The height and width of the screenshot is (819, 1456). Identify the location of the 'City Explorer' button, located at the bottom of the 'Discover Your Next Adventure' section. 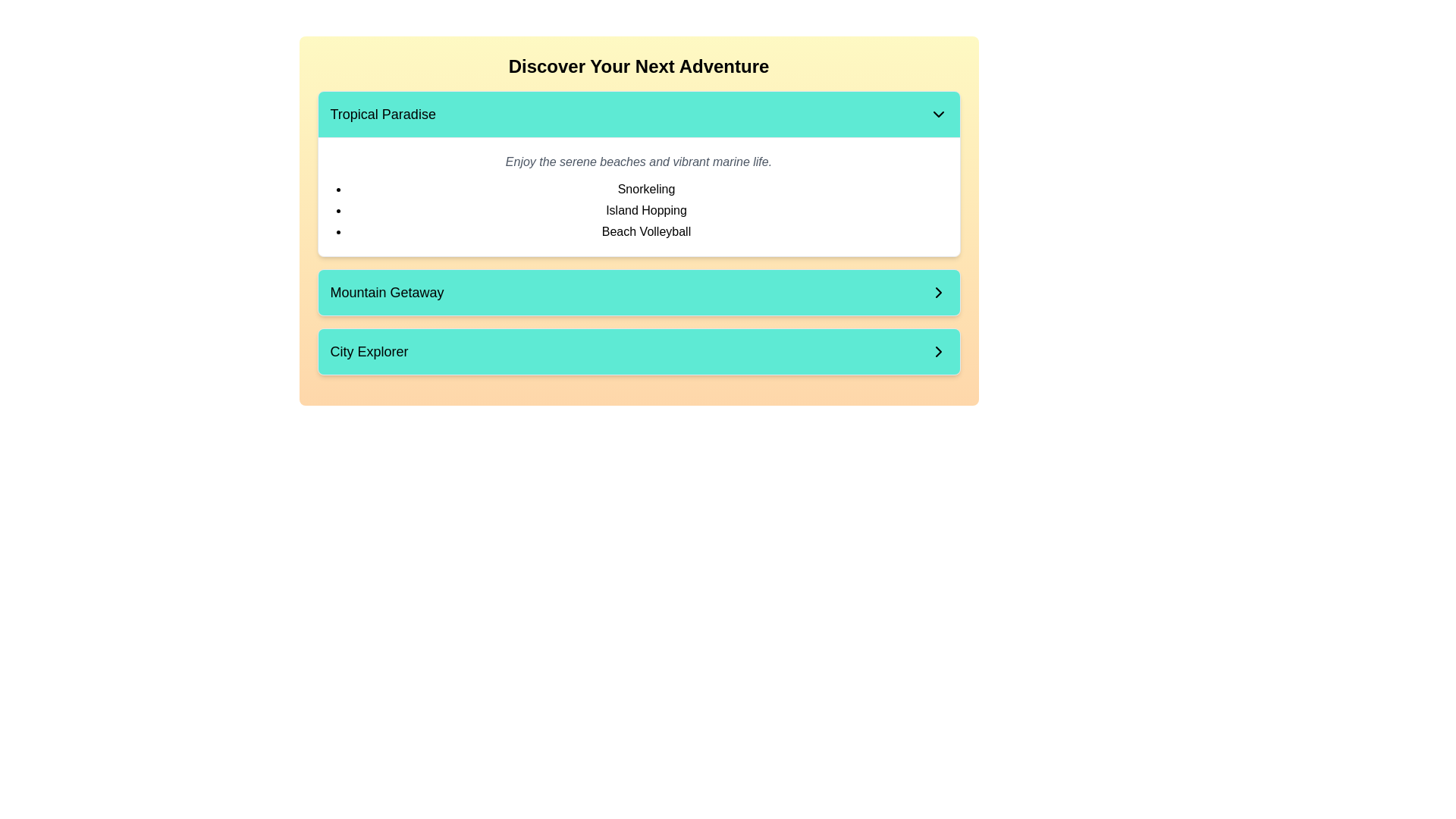
(639, 351).